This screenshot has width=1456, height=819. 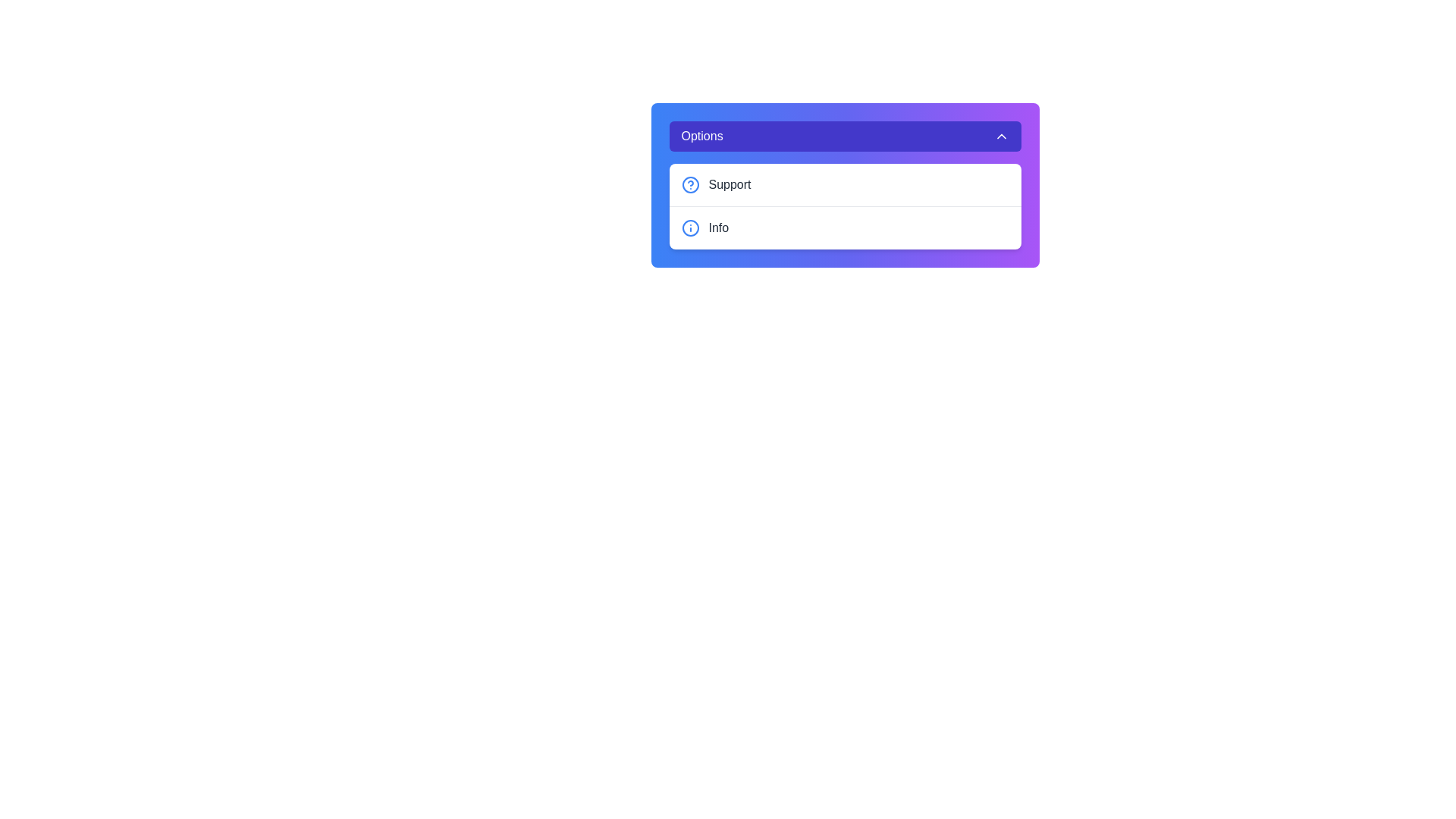 What do you see at coordinates (689, 184) in the screenshot?
I see `the visual icon for the 'Support' menu item` at bounding box center [689, 184].